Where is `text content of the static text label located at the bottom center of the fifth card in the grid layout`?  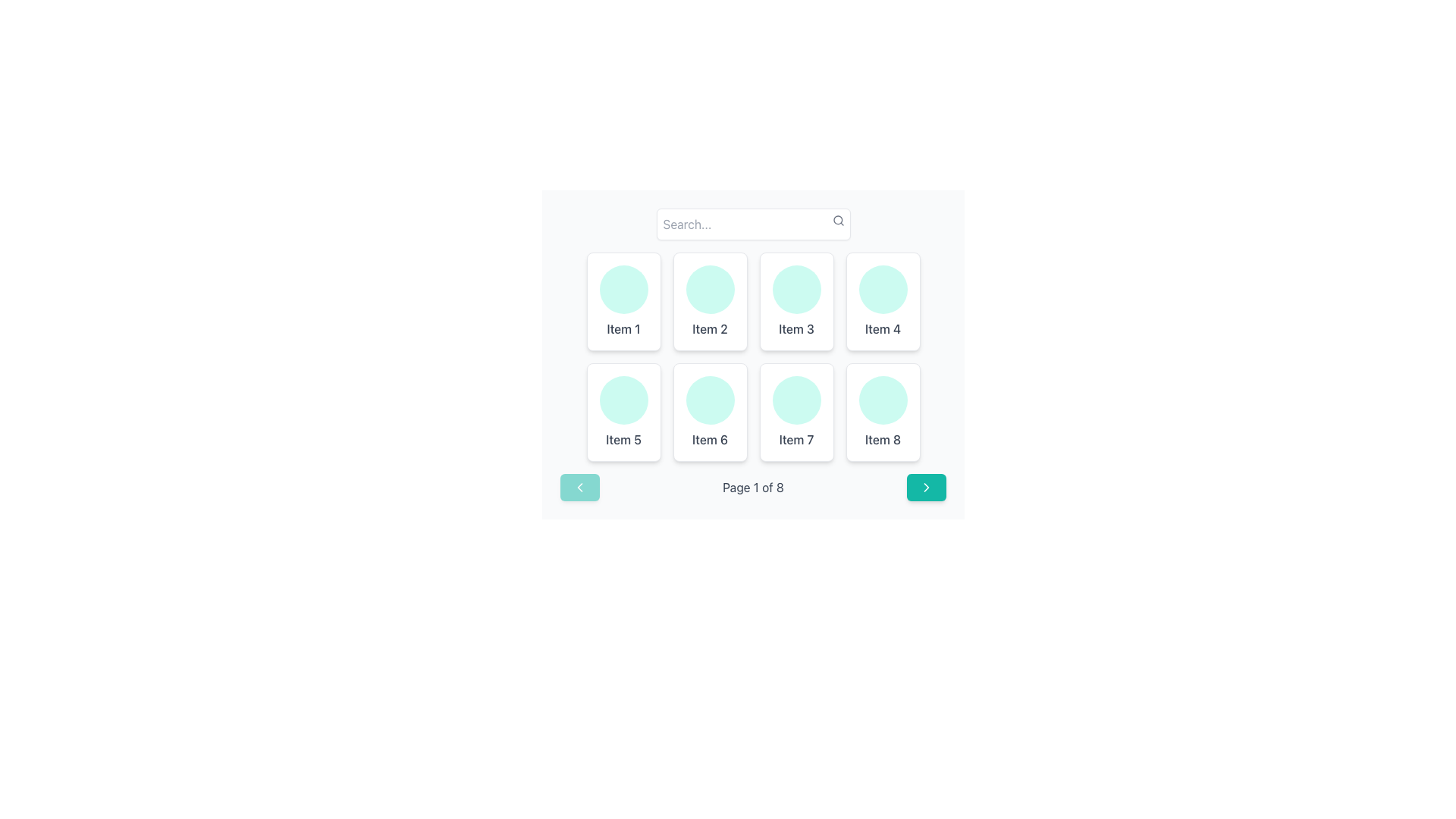 text content of the static text label located at the bottom center of the fifth card in the grid layout is located at coordinates (623, 439).